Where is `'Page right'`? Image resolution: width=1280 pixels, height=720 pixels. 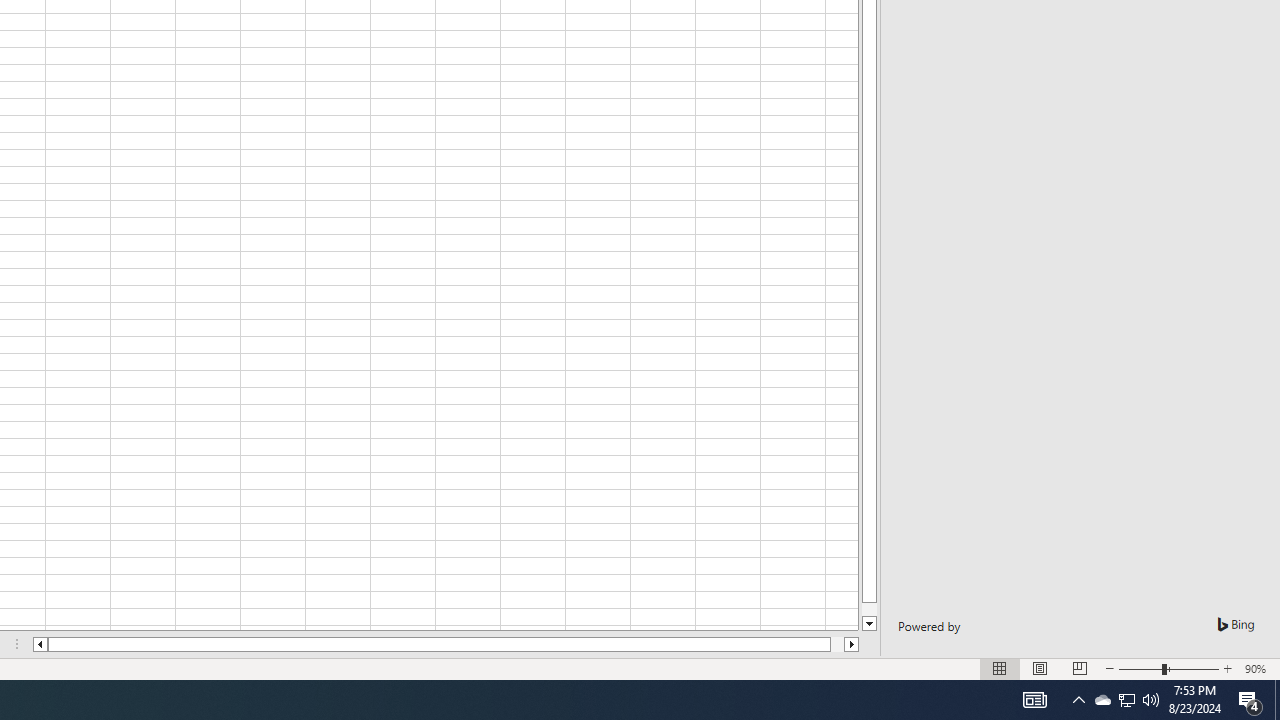
'Page right' is located at coordinates (837, 644).